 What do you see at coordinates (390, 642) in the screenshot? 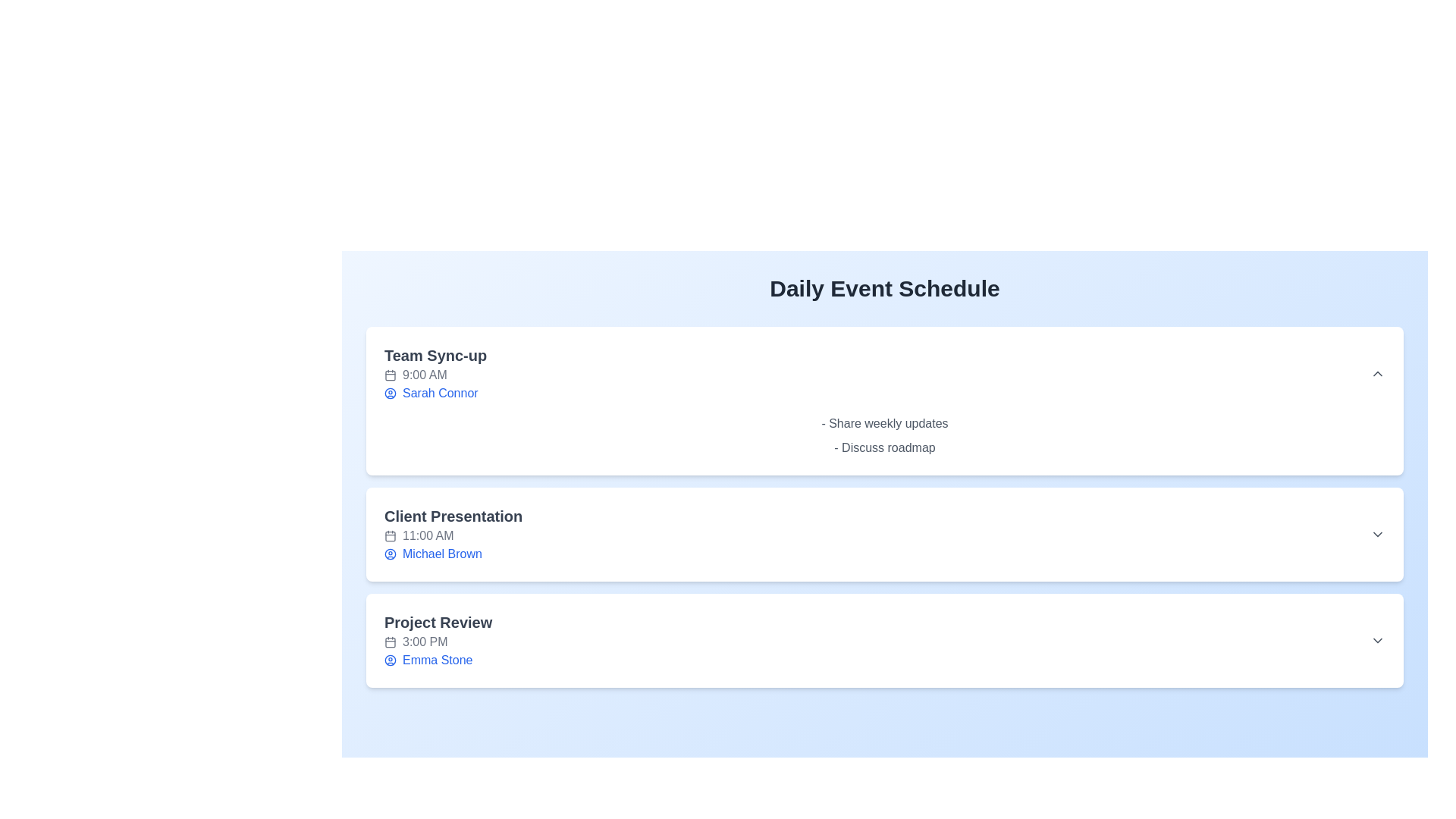
I see `the calendar icon, which is a gray outline located to the left of the text '3:00 PM' in the third event slot titled 'Project Review'` at bounding box center [390, 642].